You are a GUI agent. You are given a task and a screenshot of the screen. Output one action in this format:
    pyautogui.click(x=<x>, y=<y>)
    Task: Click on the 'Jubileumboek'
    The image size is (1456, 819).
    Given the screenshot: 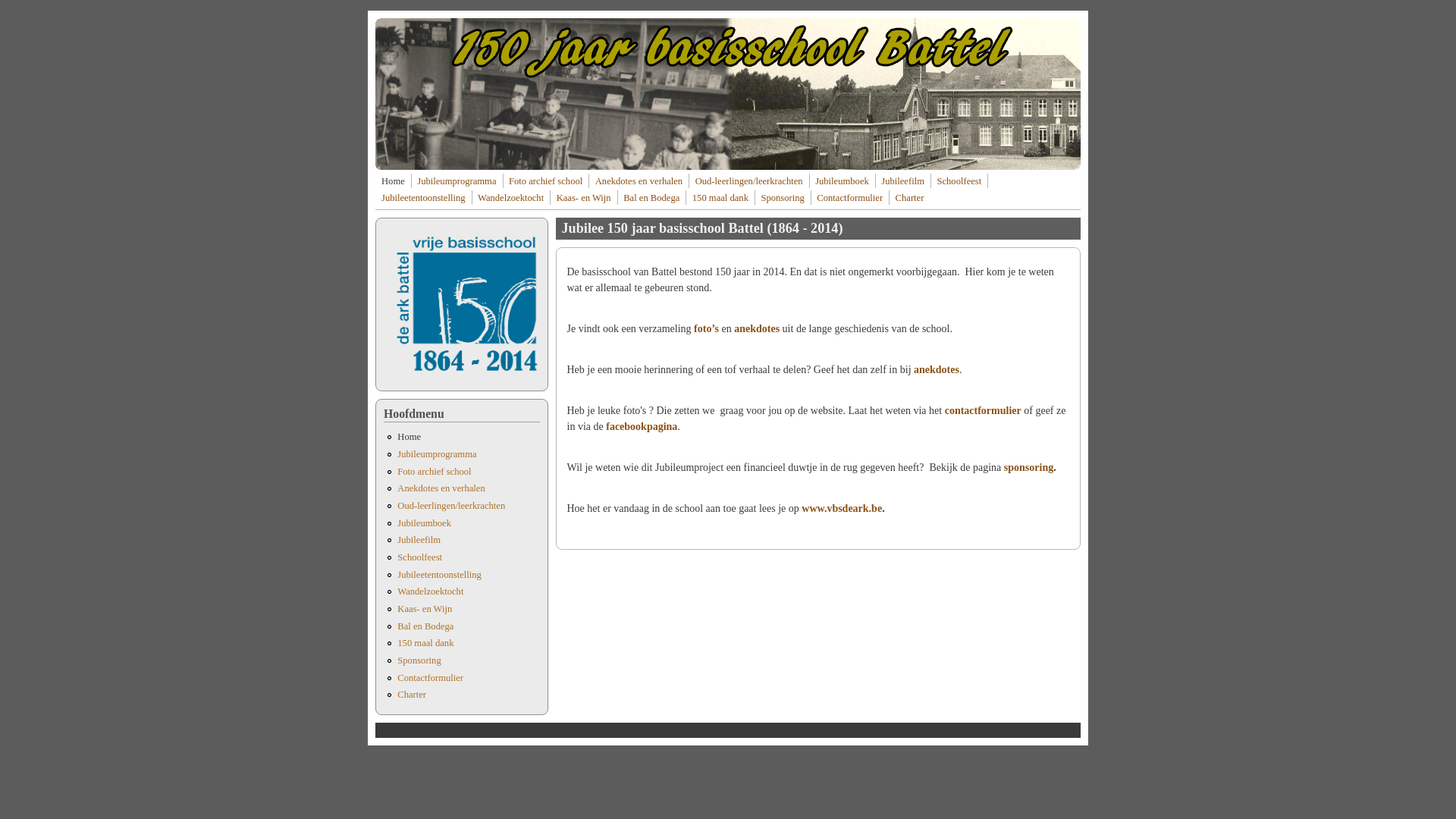 What is the action you would take?
    pyautogui.click(x=424, y=522)
    